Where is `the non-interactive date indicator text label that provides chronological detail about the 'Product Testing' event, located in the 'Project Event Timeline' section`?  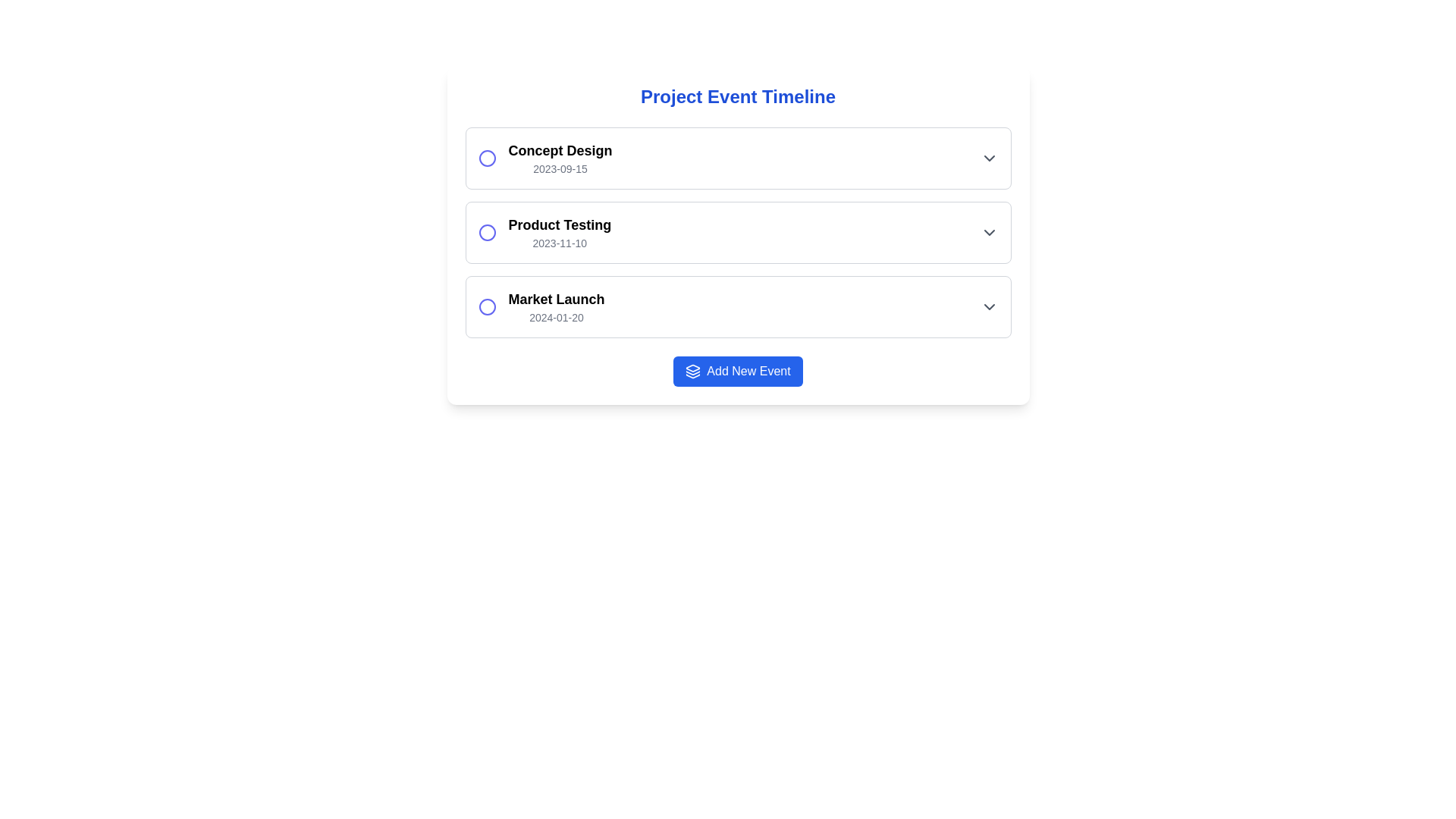
the non-interactive date indicator text label that provides chronological detail about the 'Product Testing' event, located in the 'Project Event Timeline' section is located at coordinates (559, 242).